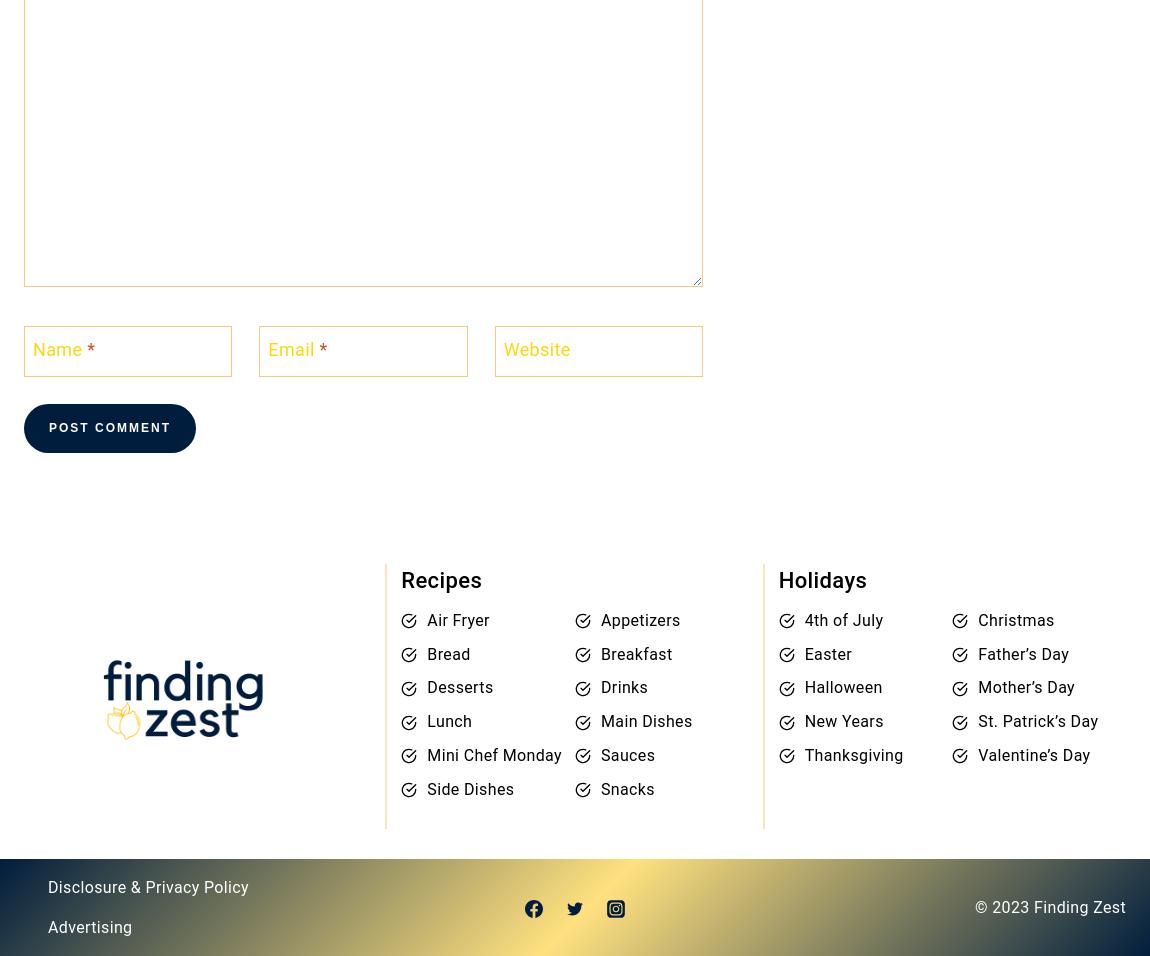 The image size is (1150, 956). Describe the element at coordinates (598, 720) in the screenshot. I see `'Main Dishes'` at that location.